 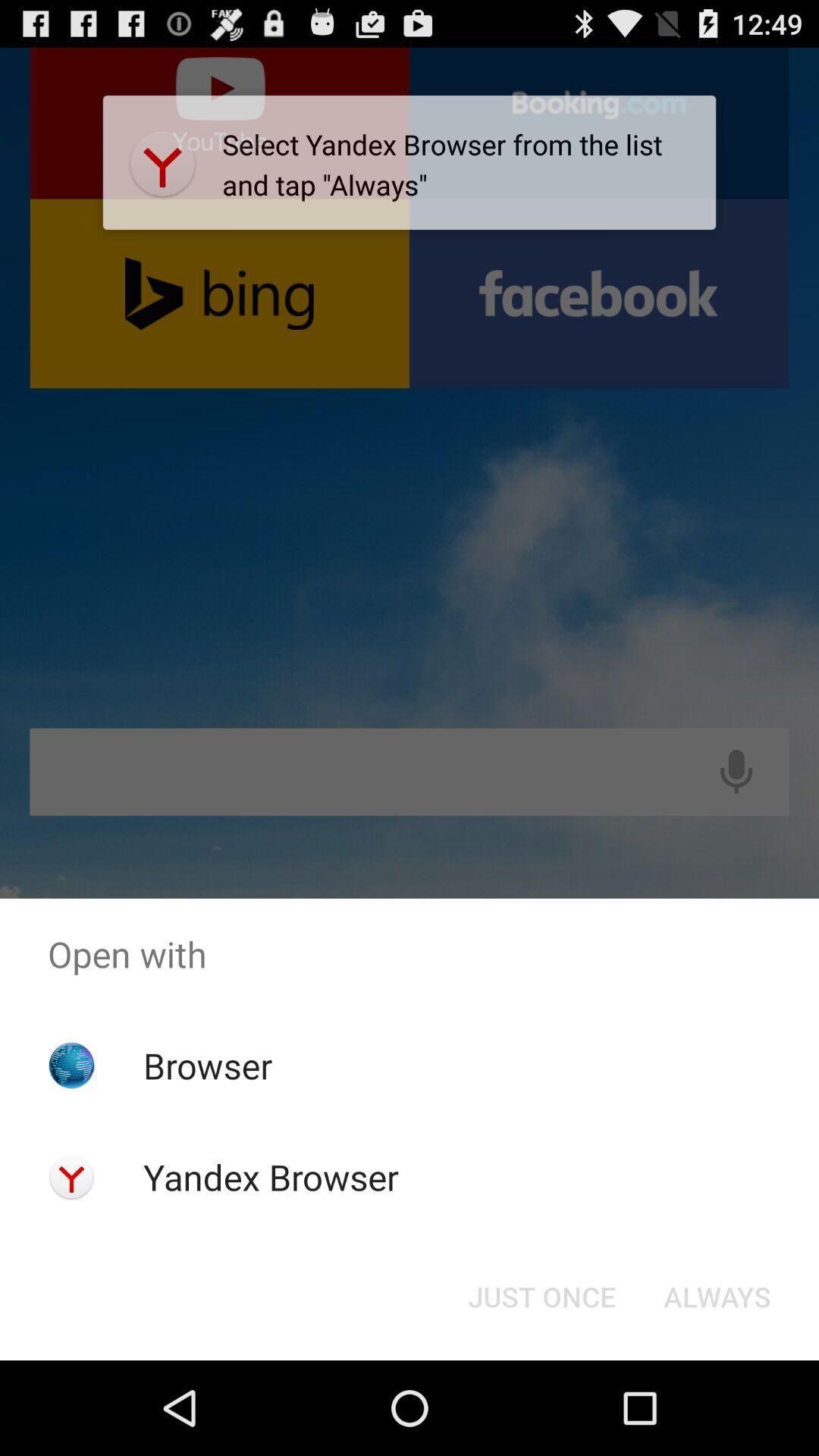 What do you see at coordinates (270, 1176) in the screenshot?
I see `app below browser icon` at bounding box center [270, 1176].